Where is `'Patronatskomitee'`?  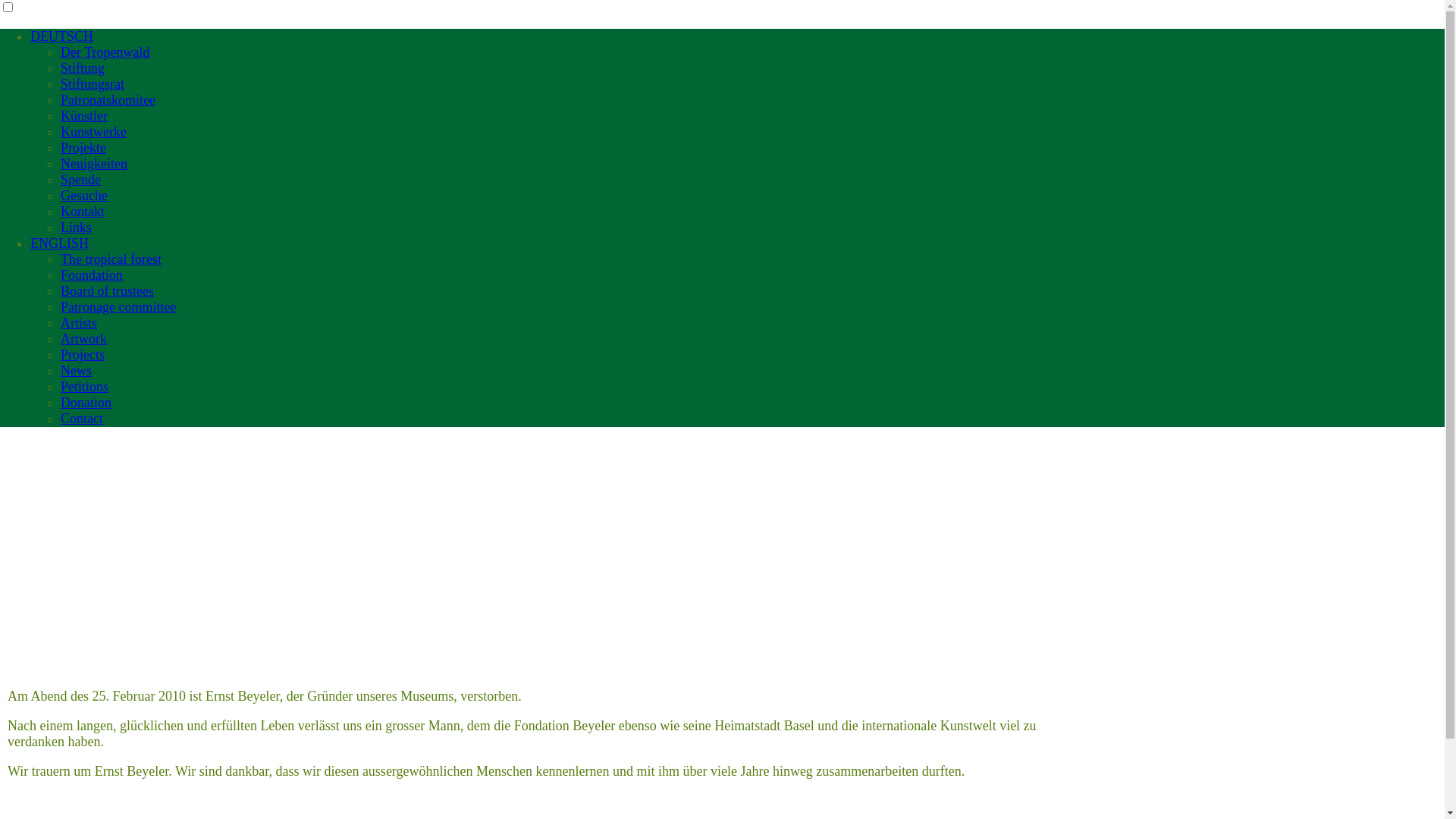
'Patronatskomitee' is located at coordinates (107, 99).